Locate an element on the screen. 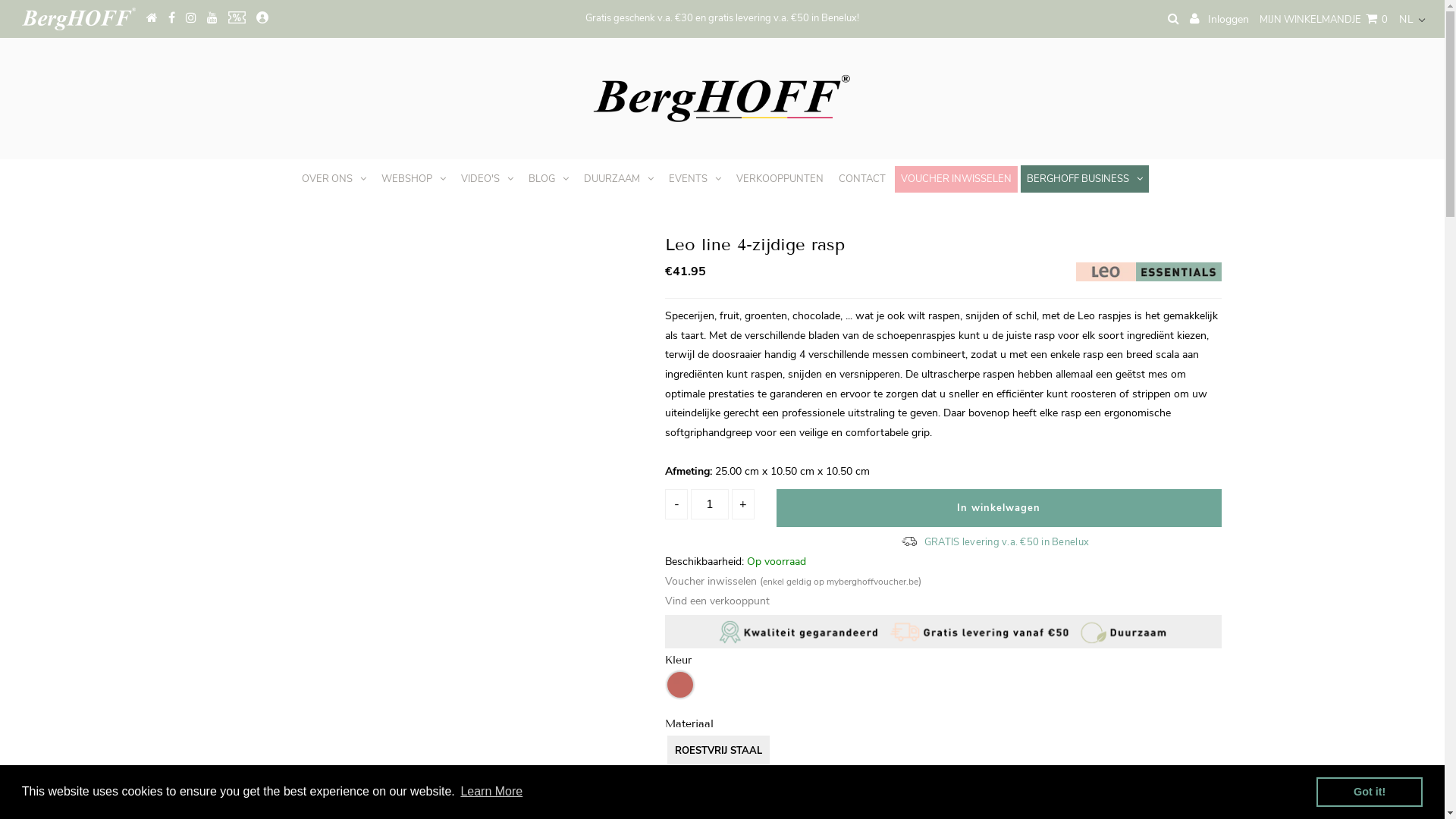 The image size is (1456, 819). 'Got it!' is located at coordinates (1369, 791).